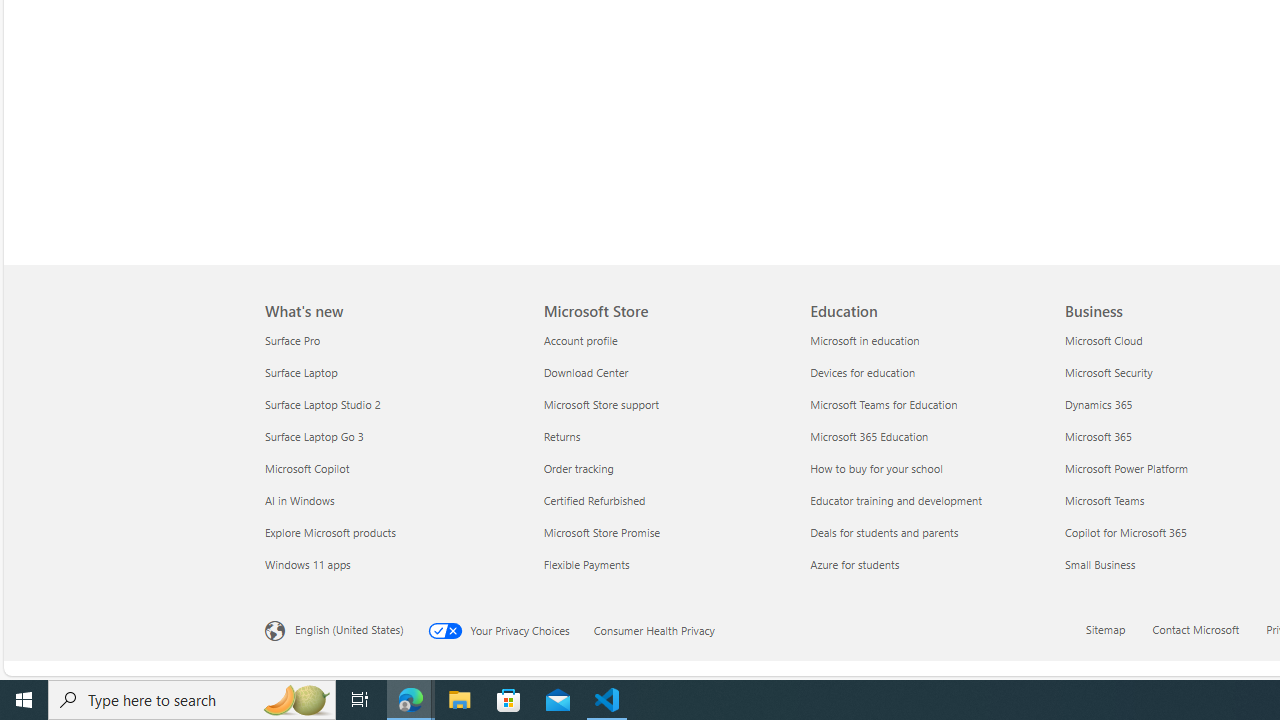 This screenshot has width=1280, height=720. Describe the element at coordinates (1107, 372) in the screenshot. I see `'Microsoft Security Business'` at that location.